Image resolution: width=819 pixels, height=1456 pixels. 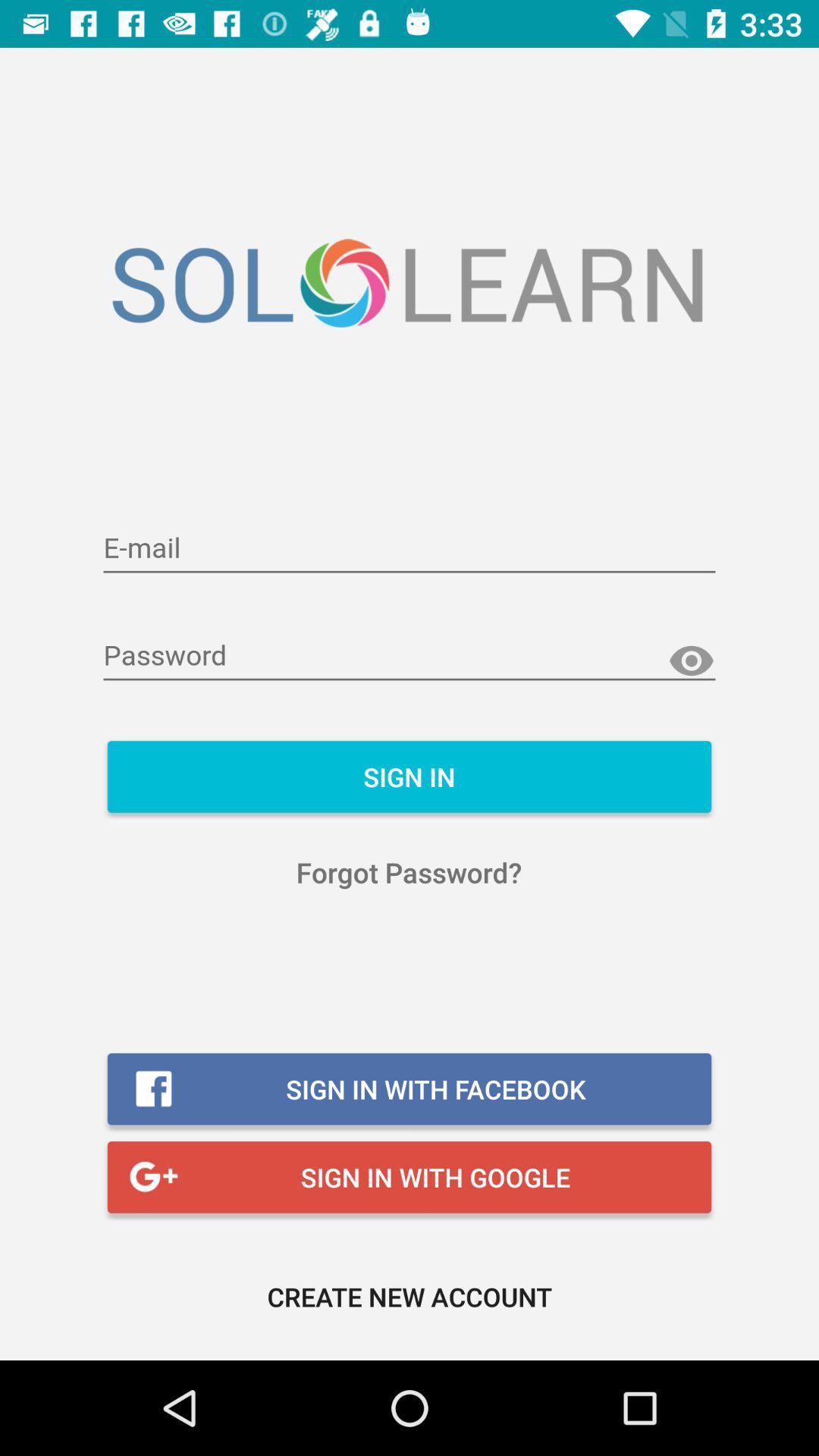 What do you see at coordinates (691, 661) in the screenshot?
I see `show the password` at bounding box center [691, 661].